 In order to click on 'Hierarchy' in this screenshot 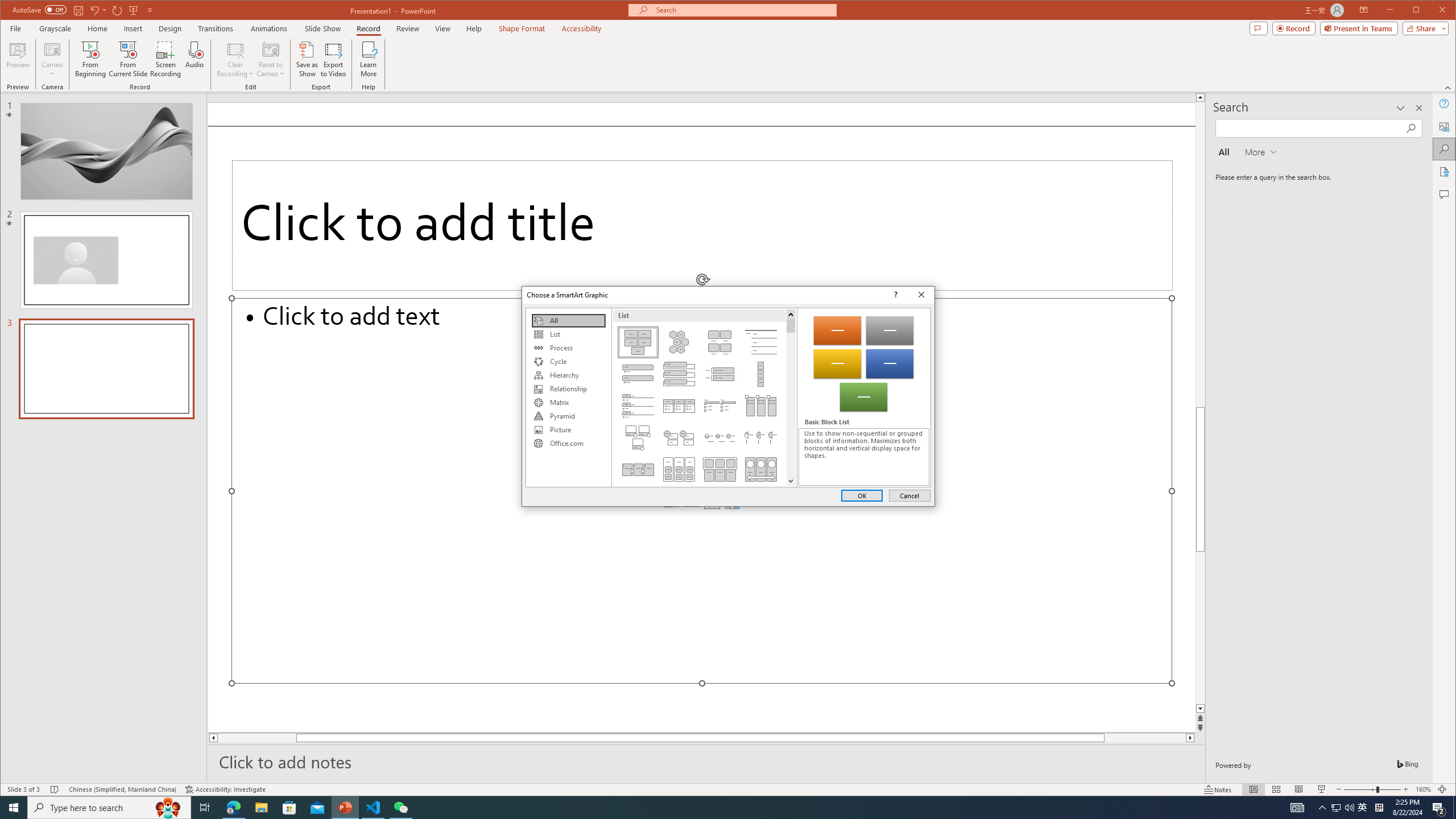, I will do `click(568, 375)`.